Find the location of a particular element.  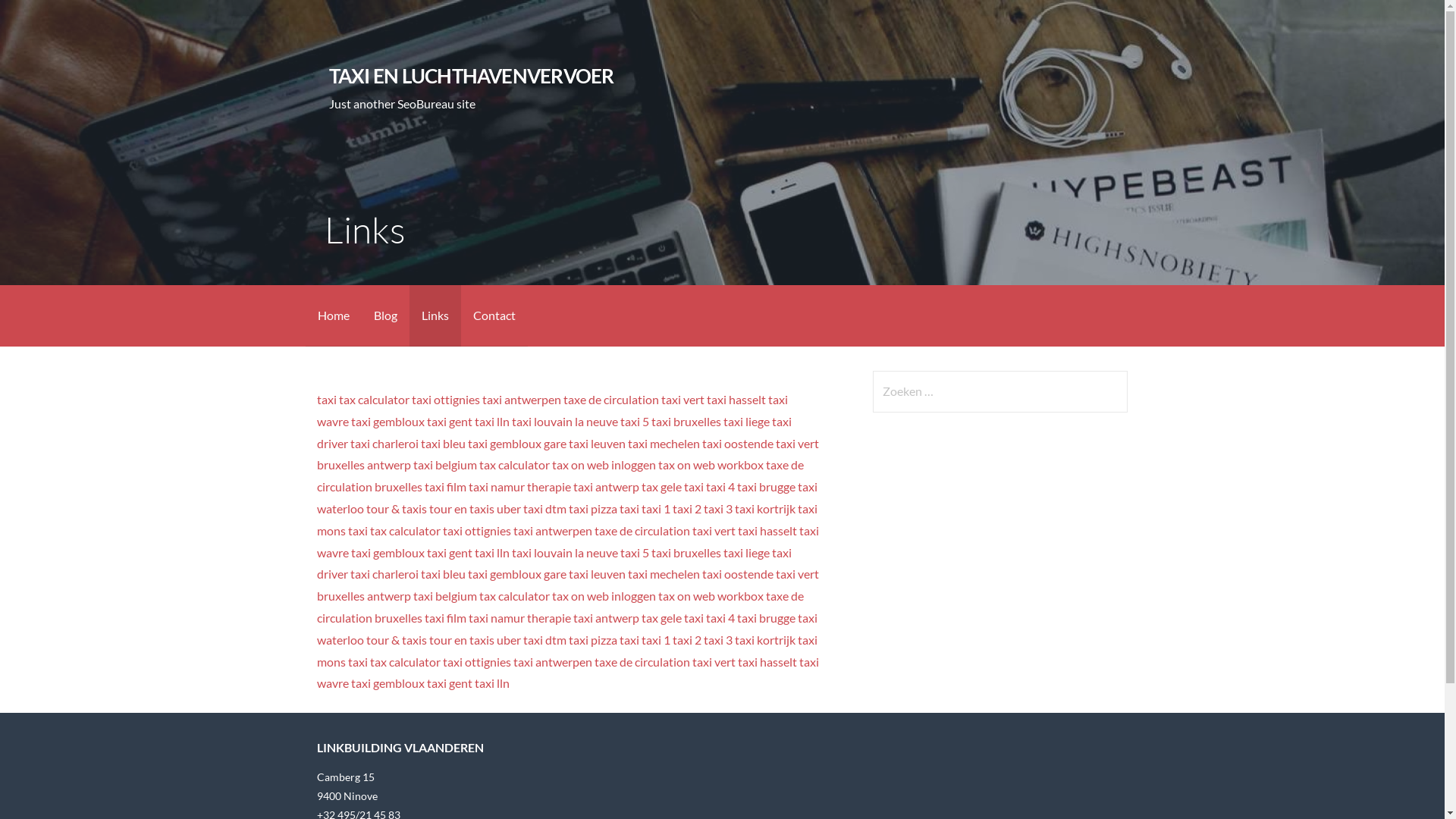

'Contact' is located at coordinates (494, 315).